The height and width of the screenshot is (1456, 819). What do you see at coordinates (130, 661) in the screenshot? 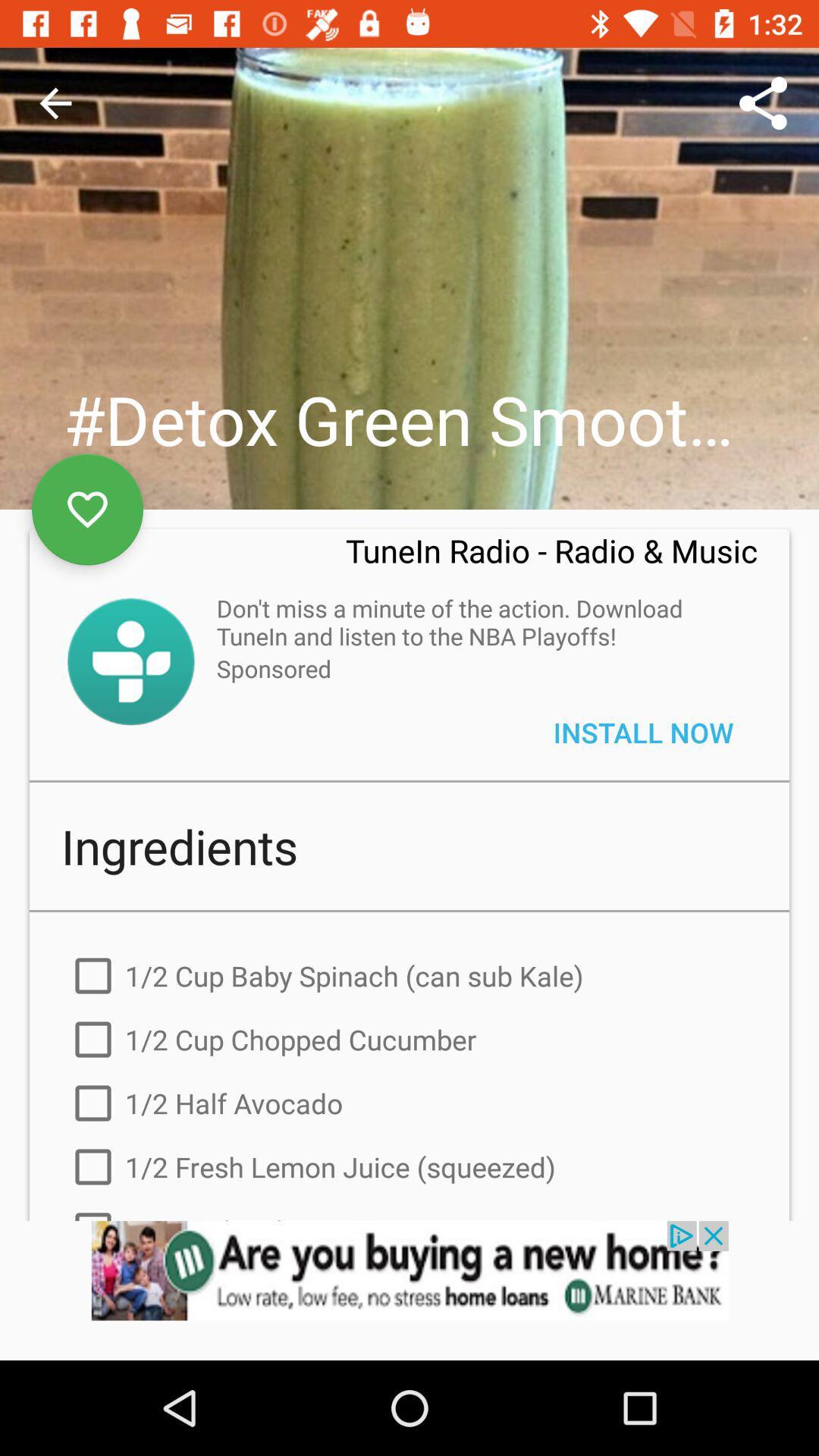
I see `symbol of sowtware` at bounding box center [130, 661].